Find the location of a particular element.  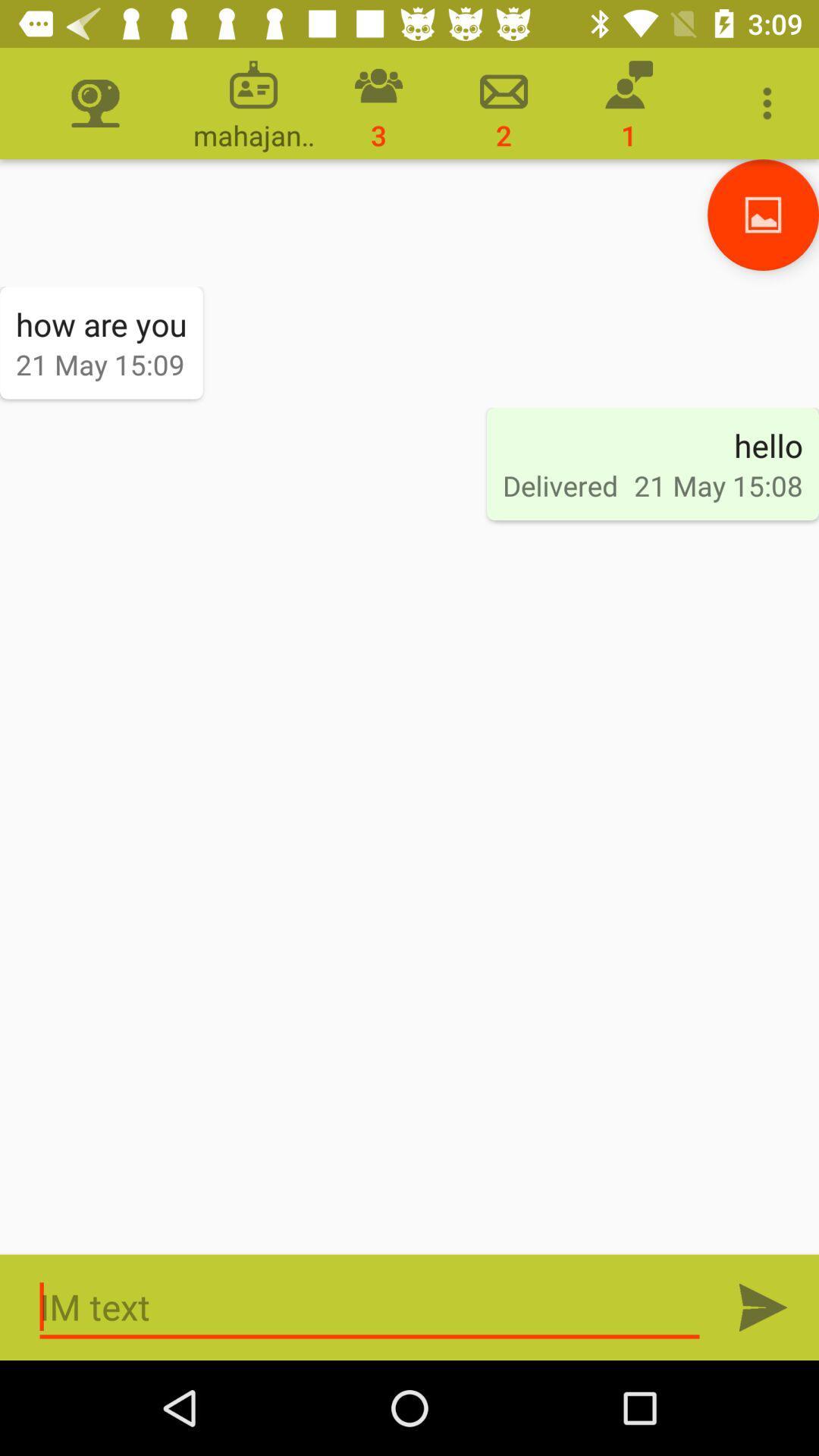

the wallpaper icon is located at coordinates (763, 214).